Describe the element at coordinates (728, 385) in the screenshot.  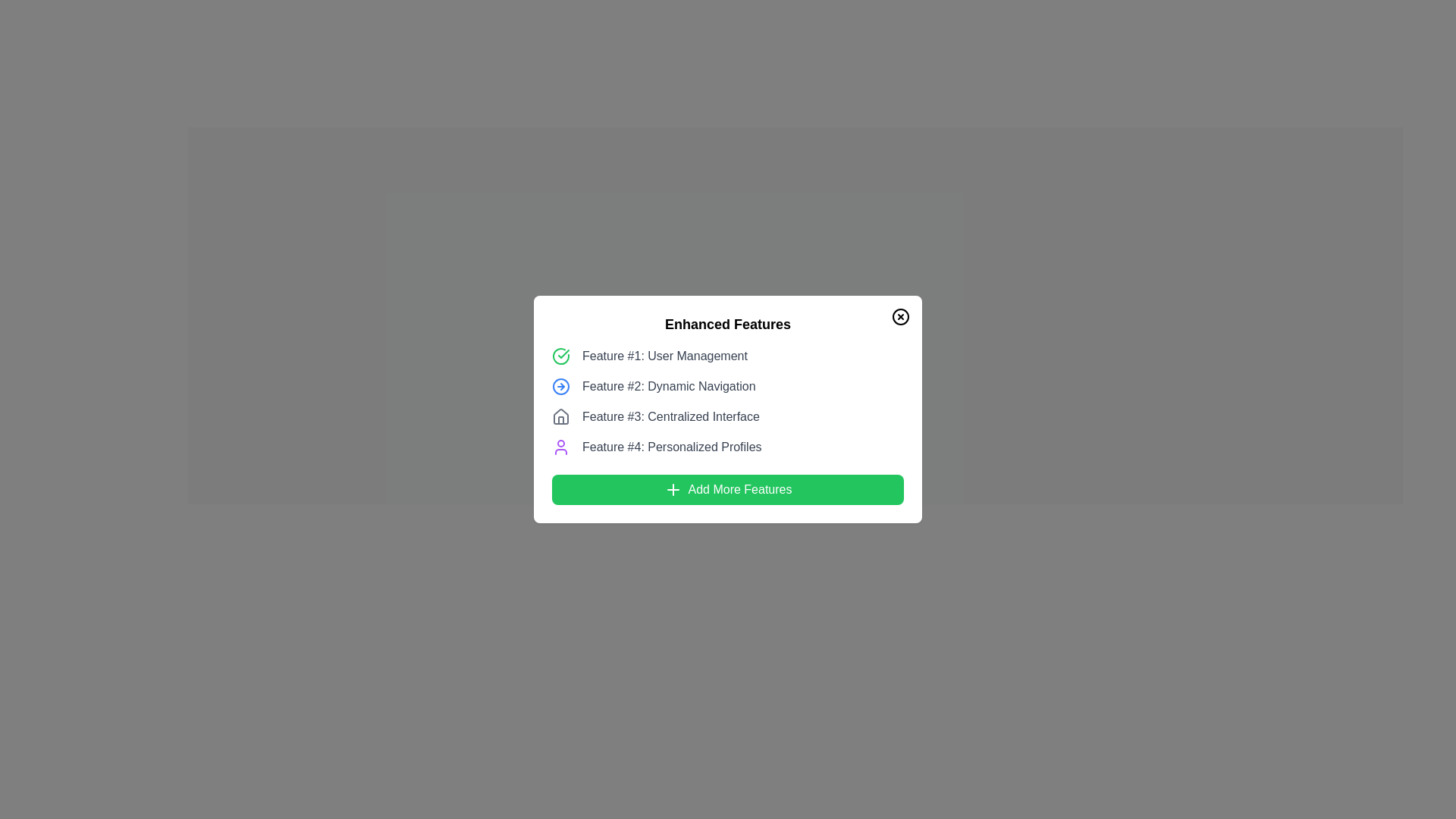
I see `the second item in the 'Enhanced Features' list which provides details or initiates actions related to dynamic navigation` at that location.